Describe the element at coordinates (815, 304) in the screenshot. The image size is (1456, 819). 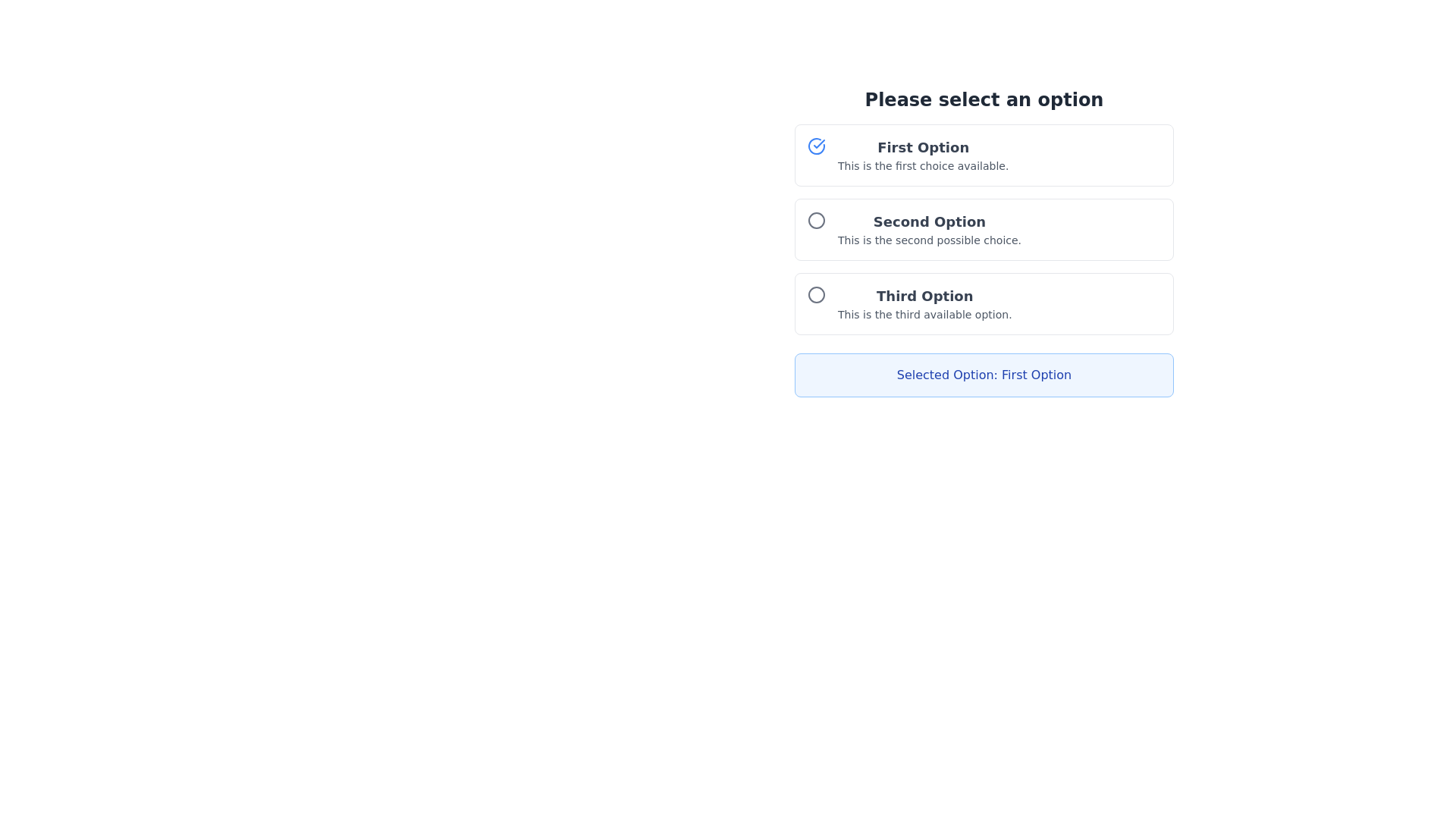
I see `the gray radio button icon located to the left of the text labeled 'Third Option'` at that location.